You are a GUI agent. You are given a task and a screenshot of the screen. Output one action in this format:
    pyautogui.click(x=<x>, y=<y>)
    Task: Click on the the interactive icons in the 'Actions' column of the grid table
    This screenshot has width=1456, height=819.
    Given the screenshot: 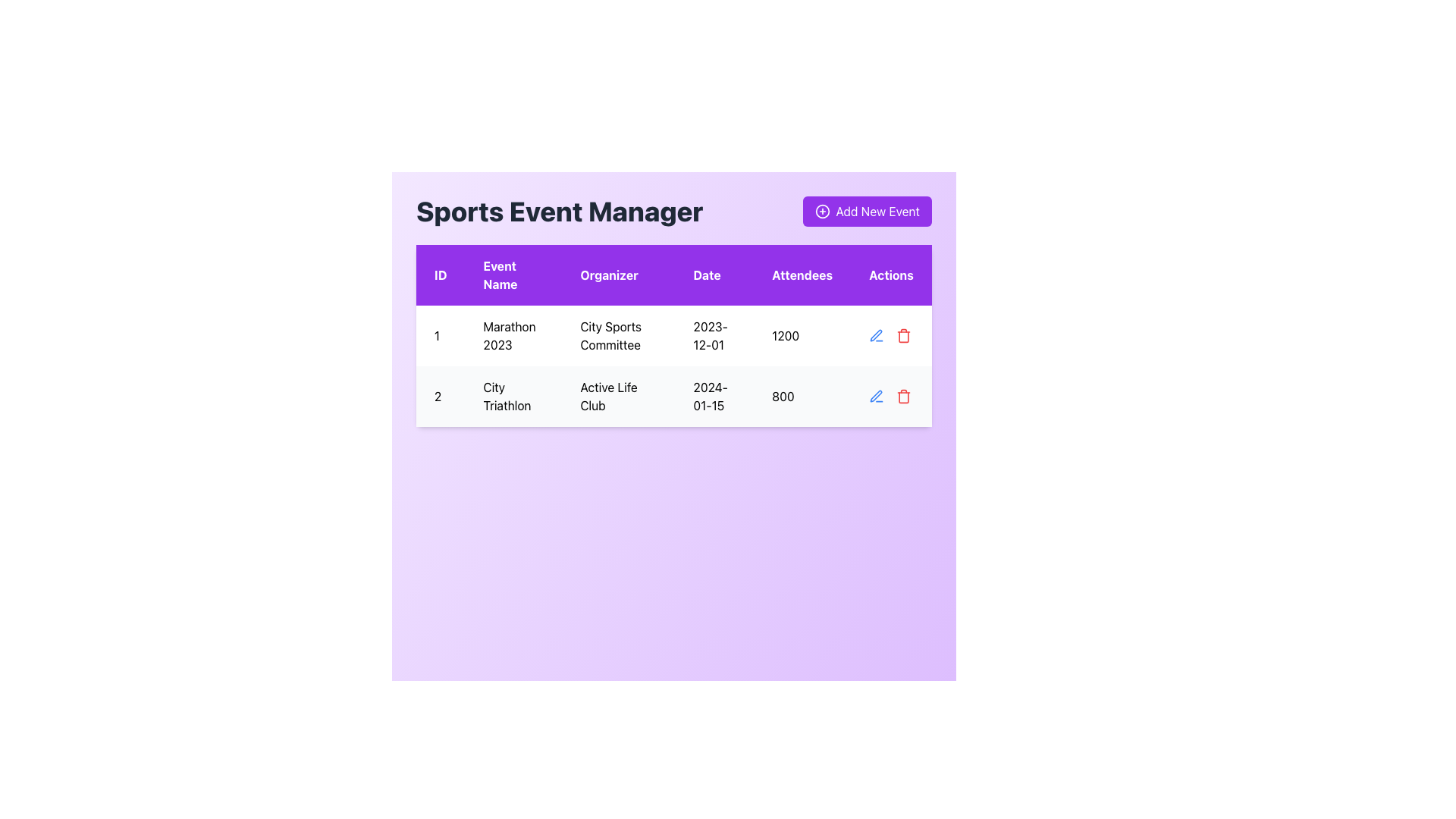 What is the action you would take?
    pyautogui.click(x=891, y=335)
    